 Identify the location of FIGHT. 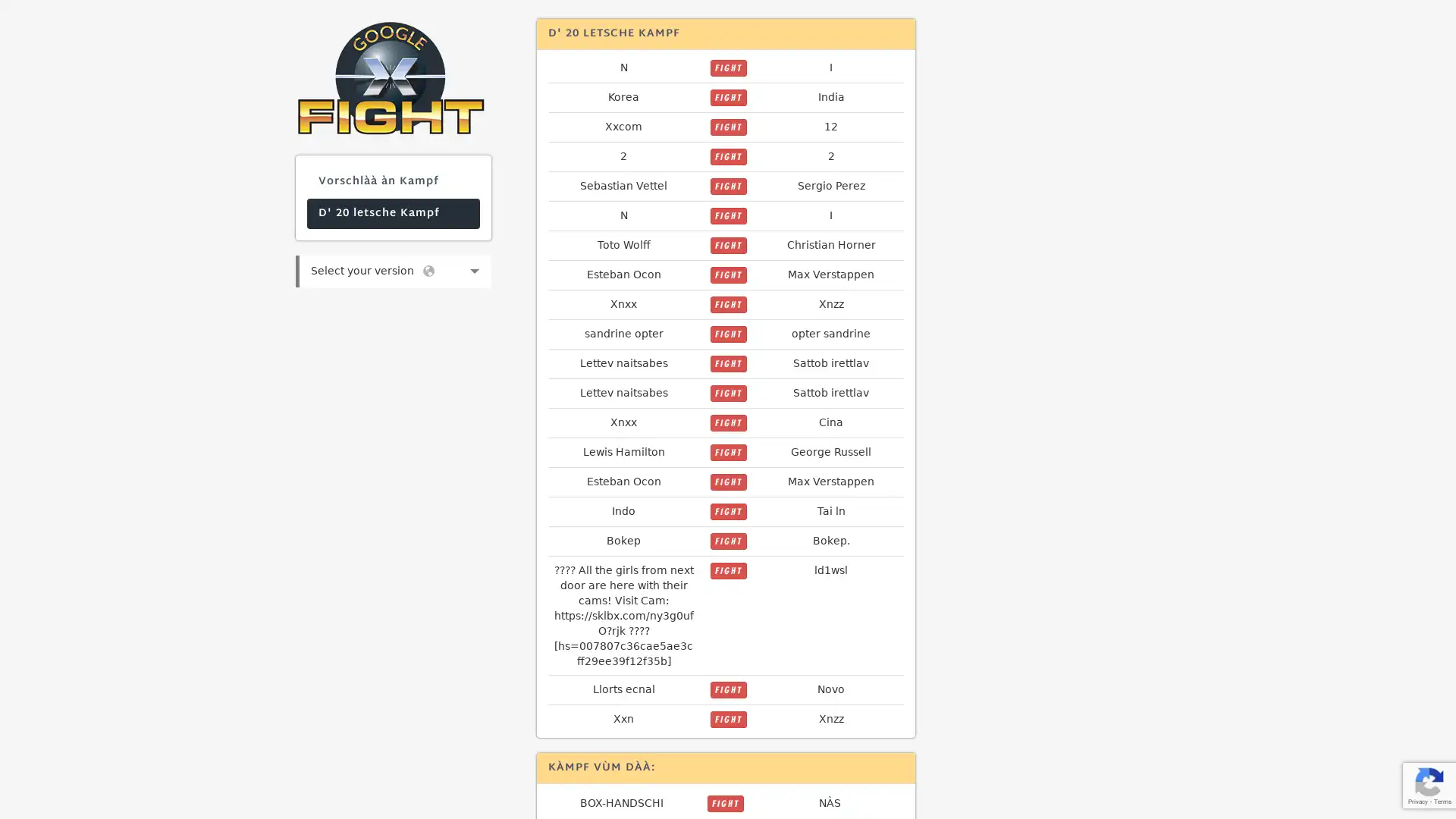
(728, 216).